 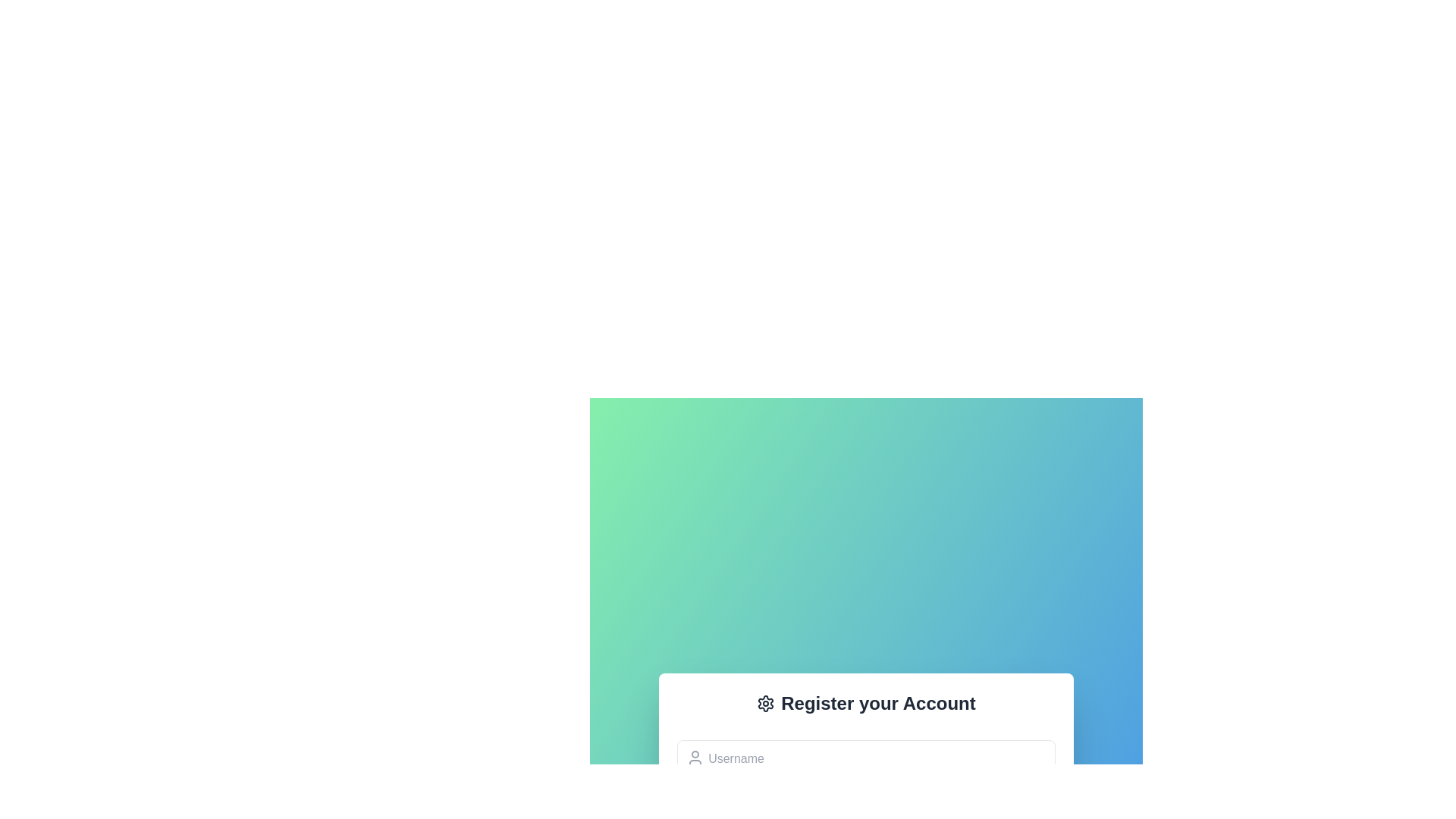 I want to click on the gear icon located to the left of the text 'Register your Account', so click(x=766, y=704).